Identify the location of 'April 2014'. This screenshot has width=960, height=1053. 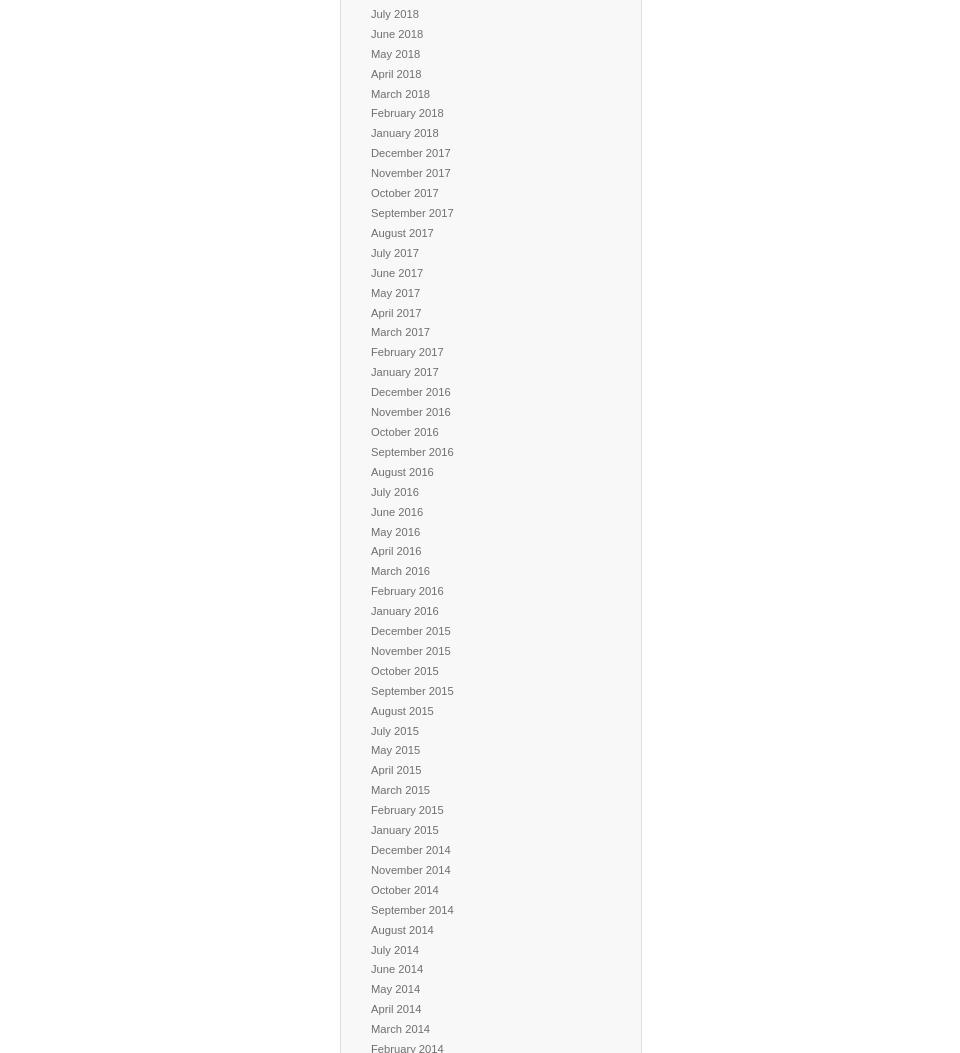
(370, 1007).